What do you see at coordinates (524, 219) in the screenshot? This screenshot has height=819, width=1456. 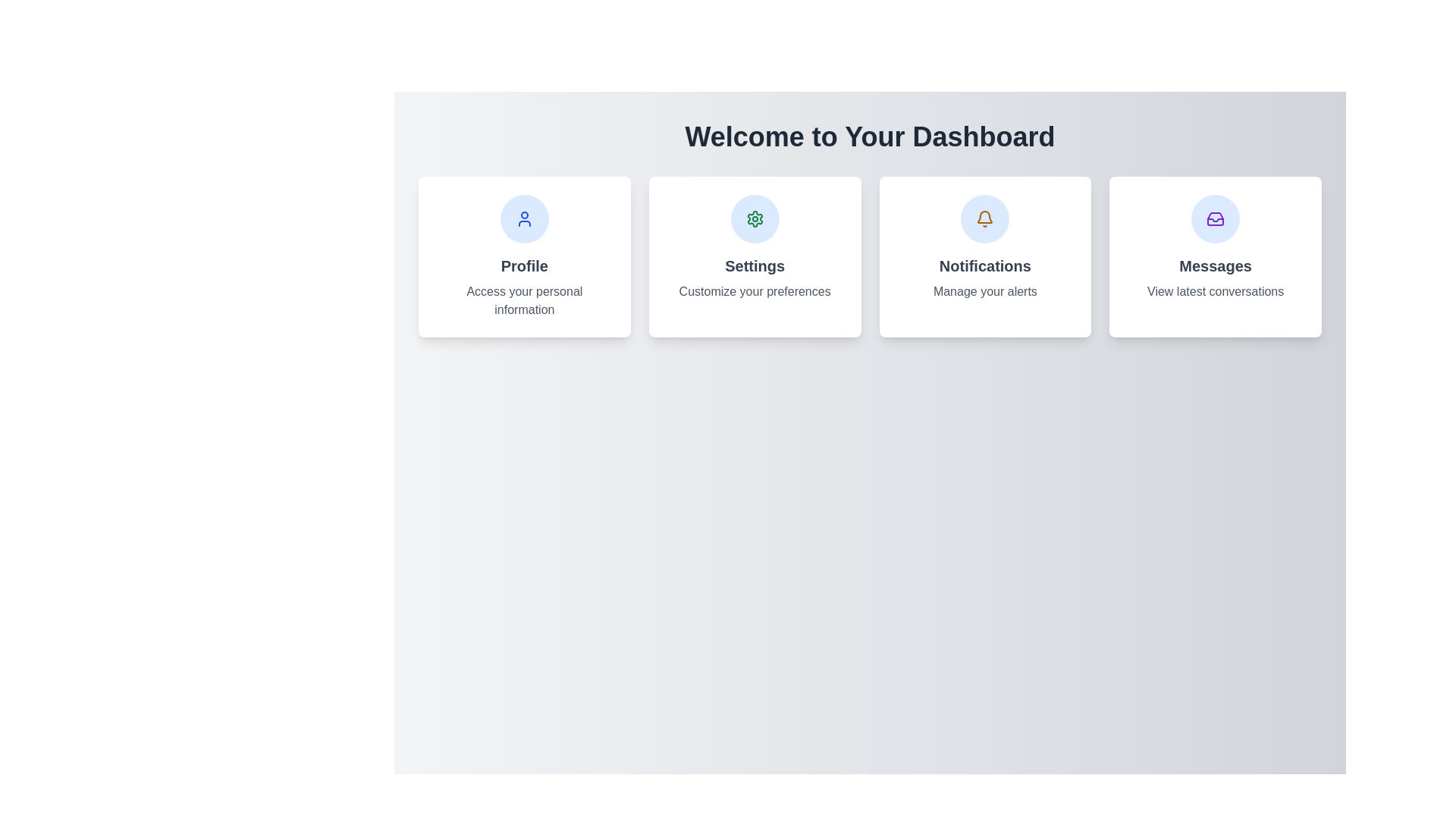 I see `the user icon depicted with a circular head and a simplified torso, rendered in blue, which is centered within the light circular background on the 'Profile' card` at bounding box center [524, 219].